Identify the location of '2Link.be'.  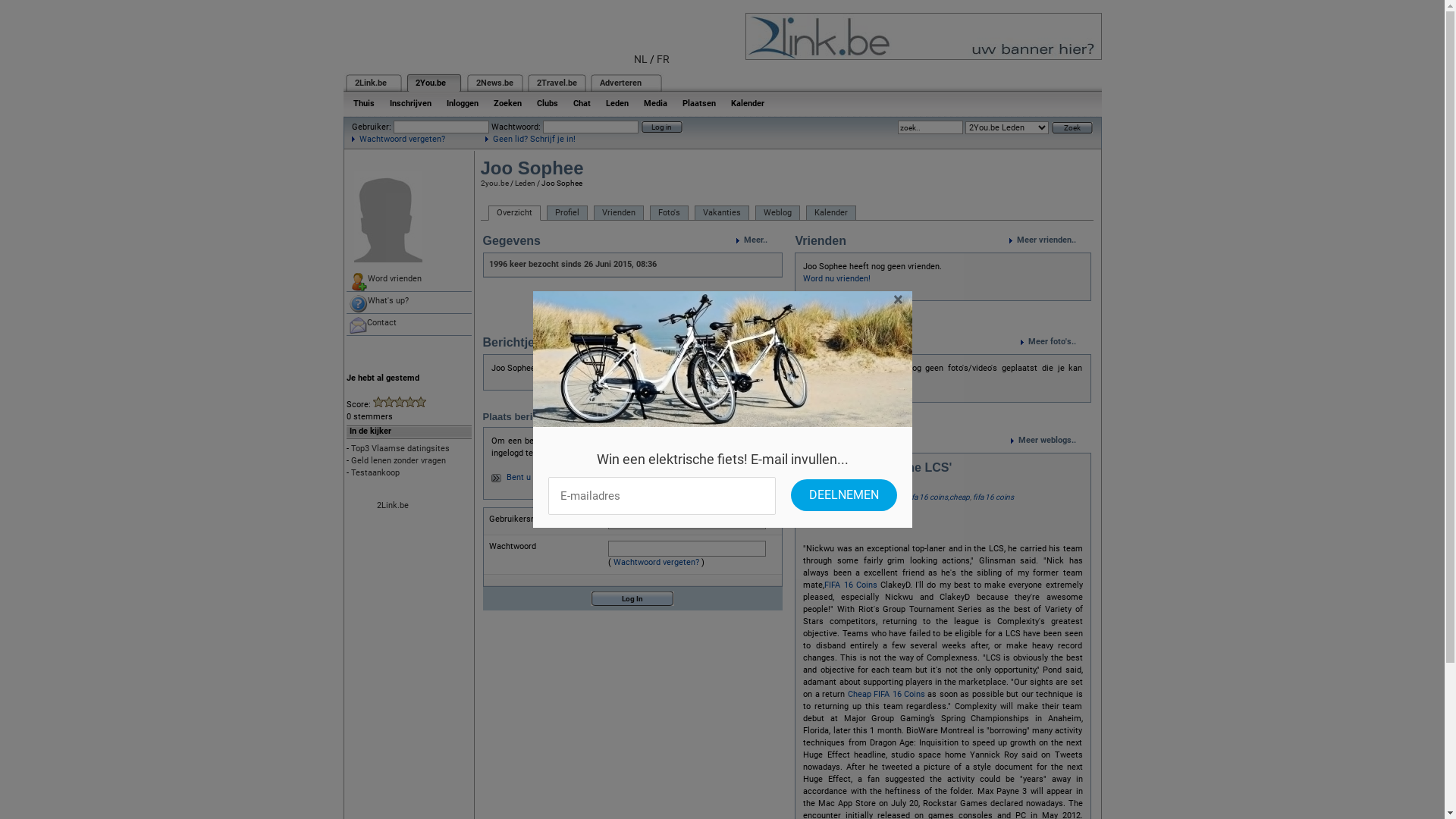
(371, 83).